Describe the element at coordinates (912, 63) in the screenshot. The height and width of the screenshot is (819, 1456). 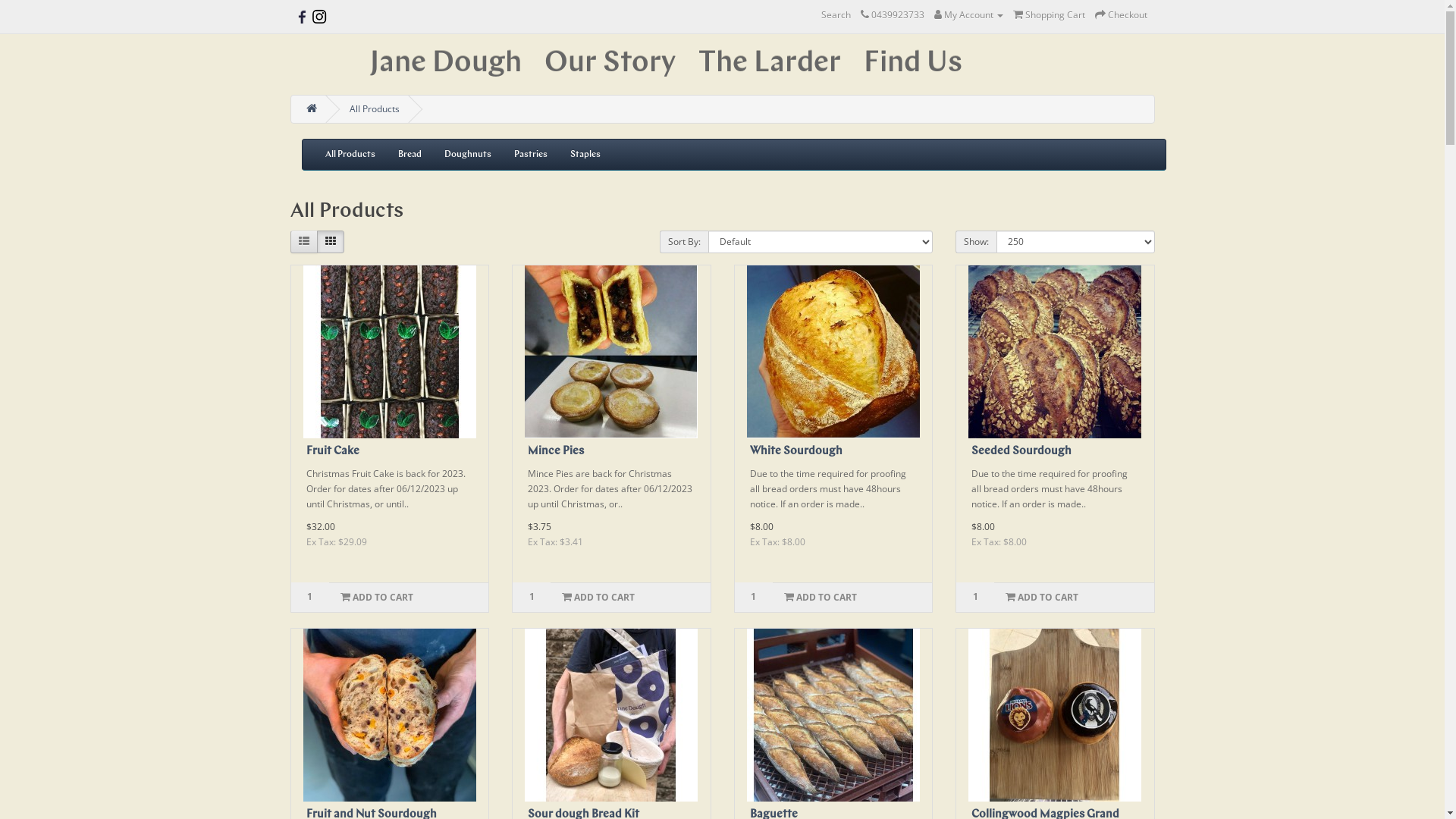
I see `'Find Us'` at that location.